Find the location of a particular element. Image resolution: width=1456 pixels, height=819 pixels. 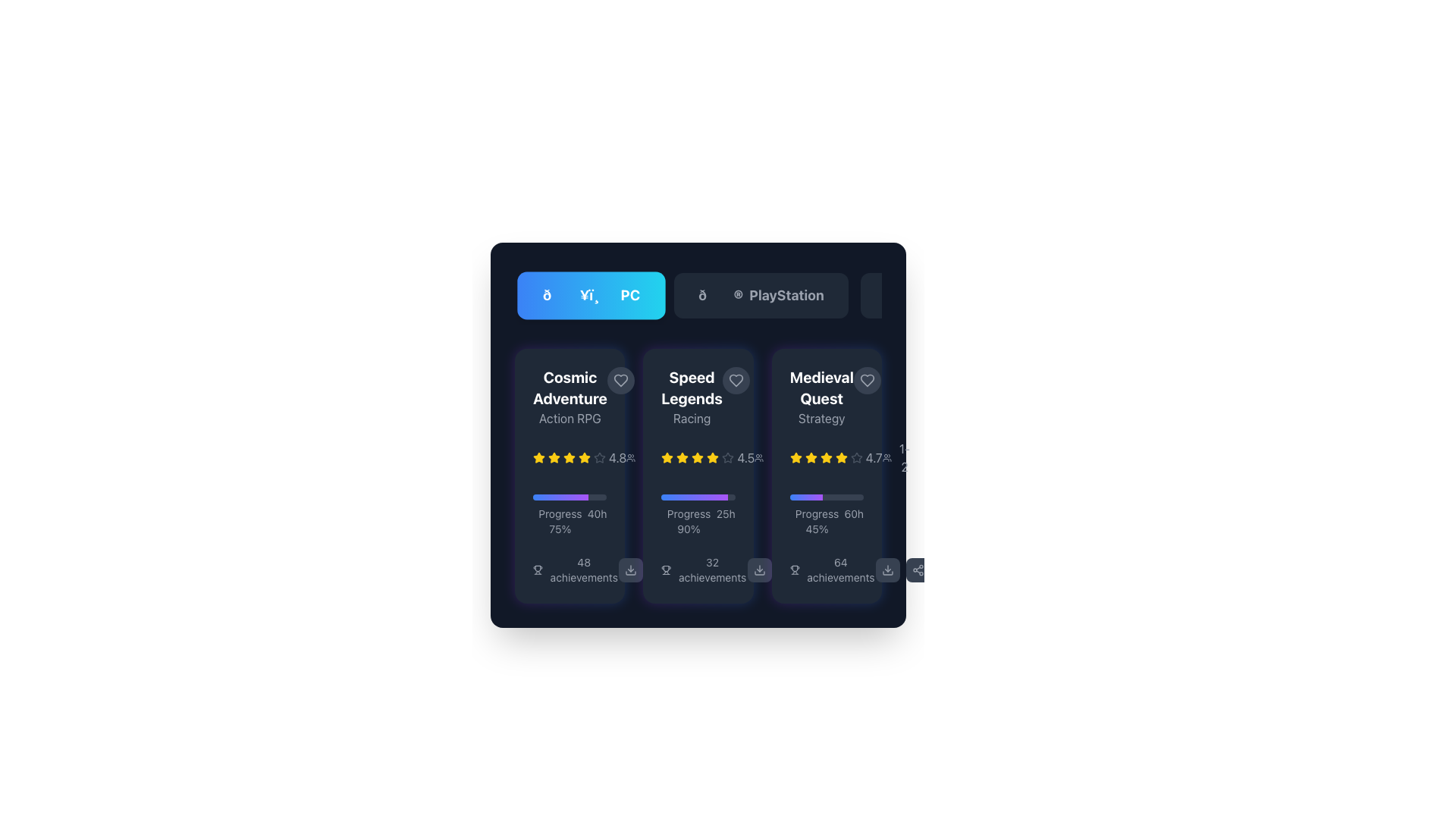

the progress bar indicating 75% completion, which is styled with a gradient from blue to purple, located in the 'Speed Legends' game card is located at coordinates (569, 497).